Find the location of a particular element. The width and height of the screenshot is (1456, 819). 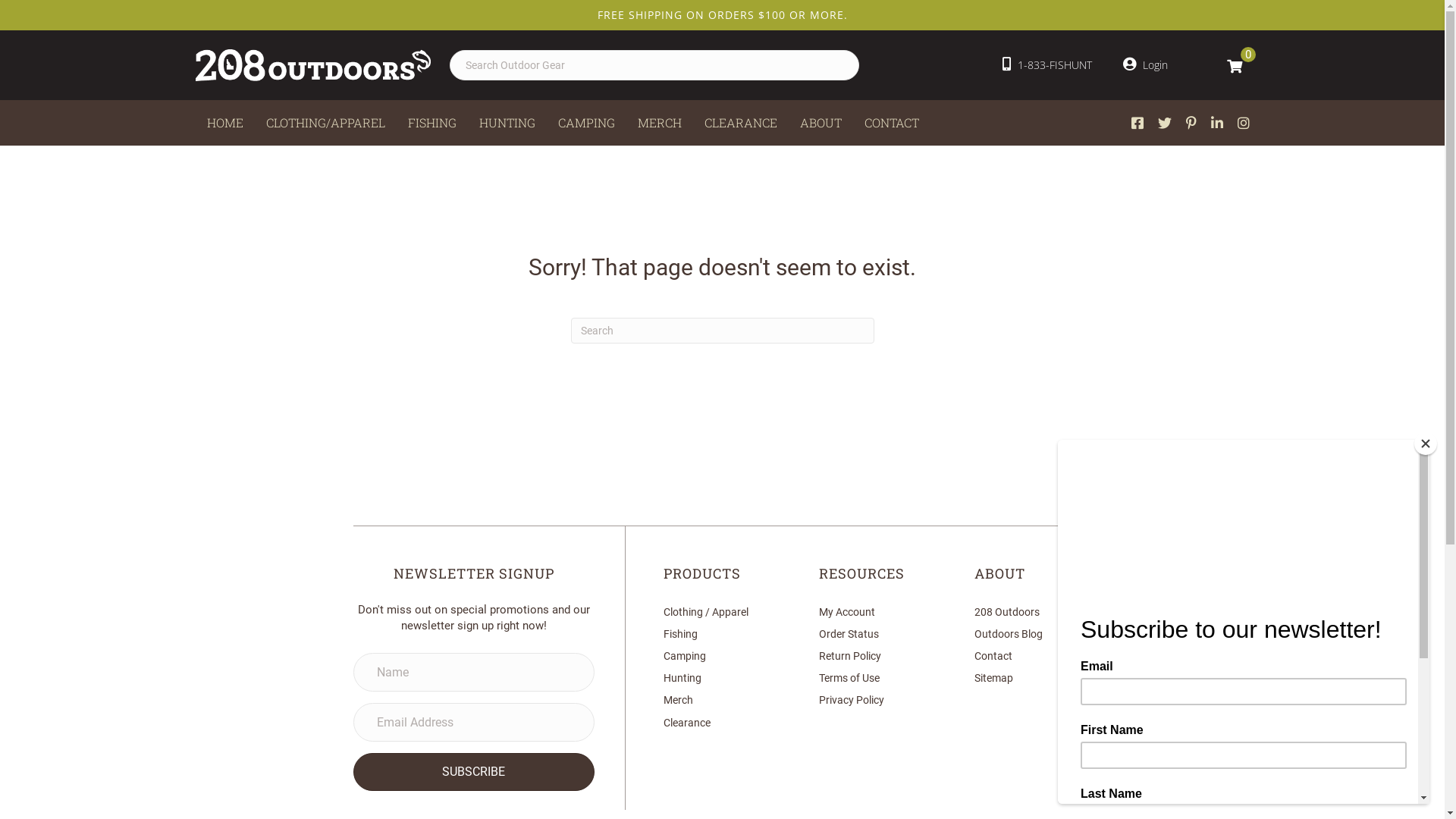

'1-833-FISHUNT' is located at coordinates (1046, 64).